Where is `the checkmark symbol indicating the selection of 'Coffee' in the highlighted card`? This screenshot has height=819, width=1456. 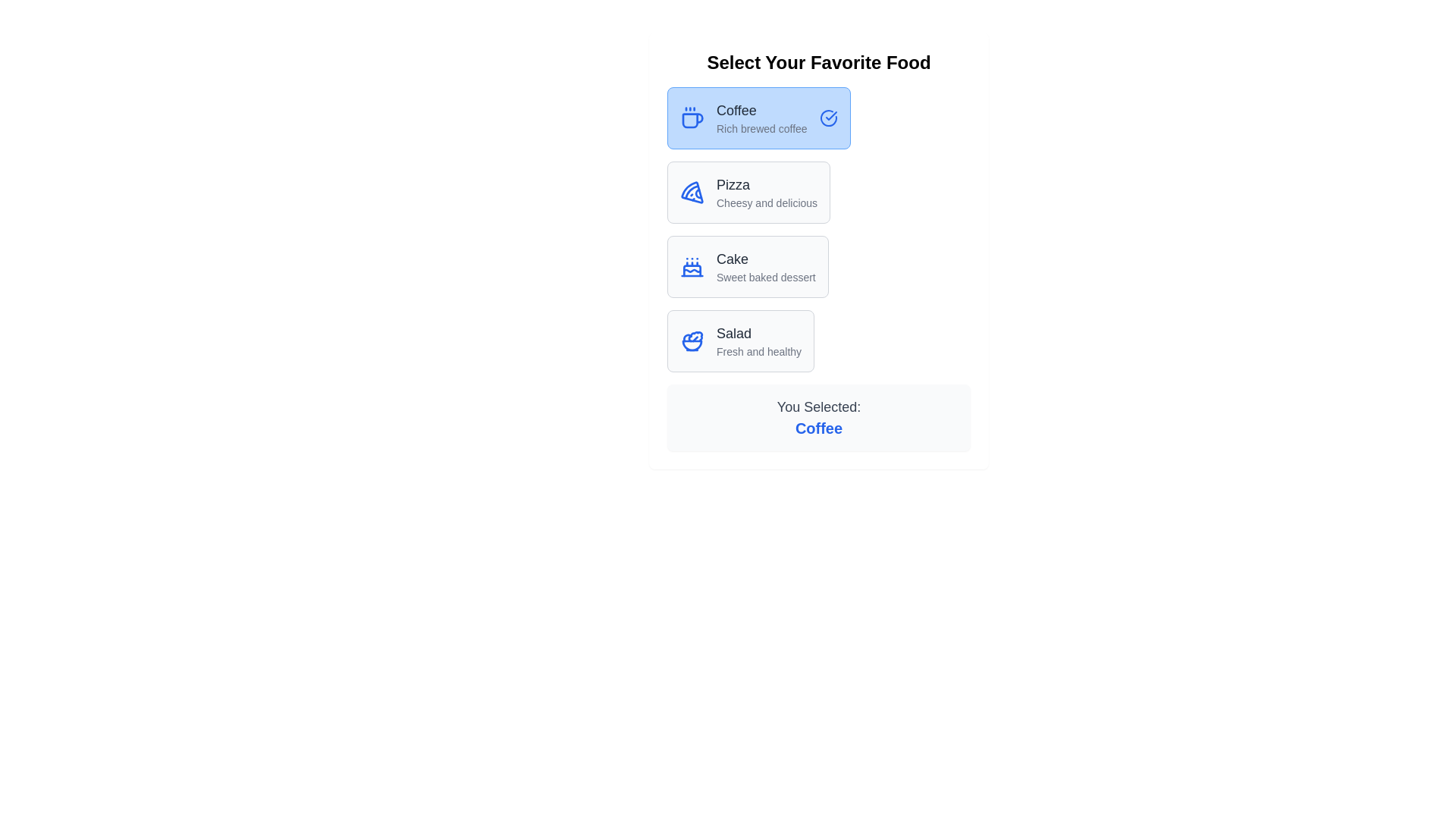
the checkmark symbol indicating the selection of 'Coffee' in the highlighted card is located at coordinates (830, 115).